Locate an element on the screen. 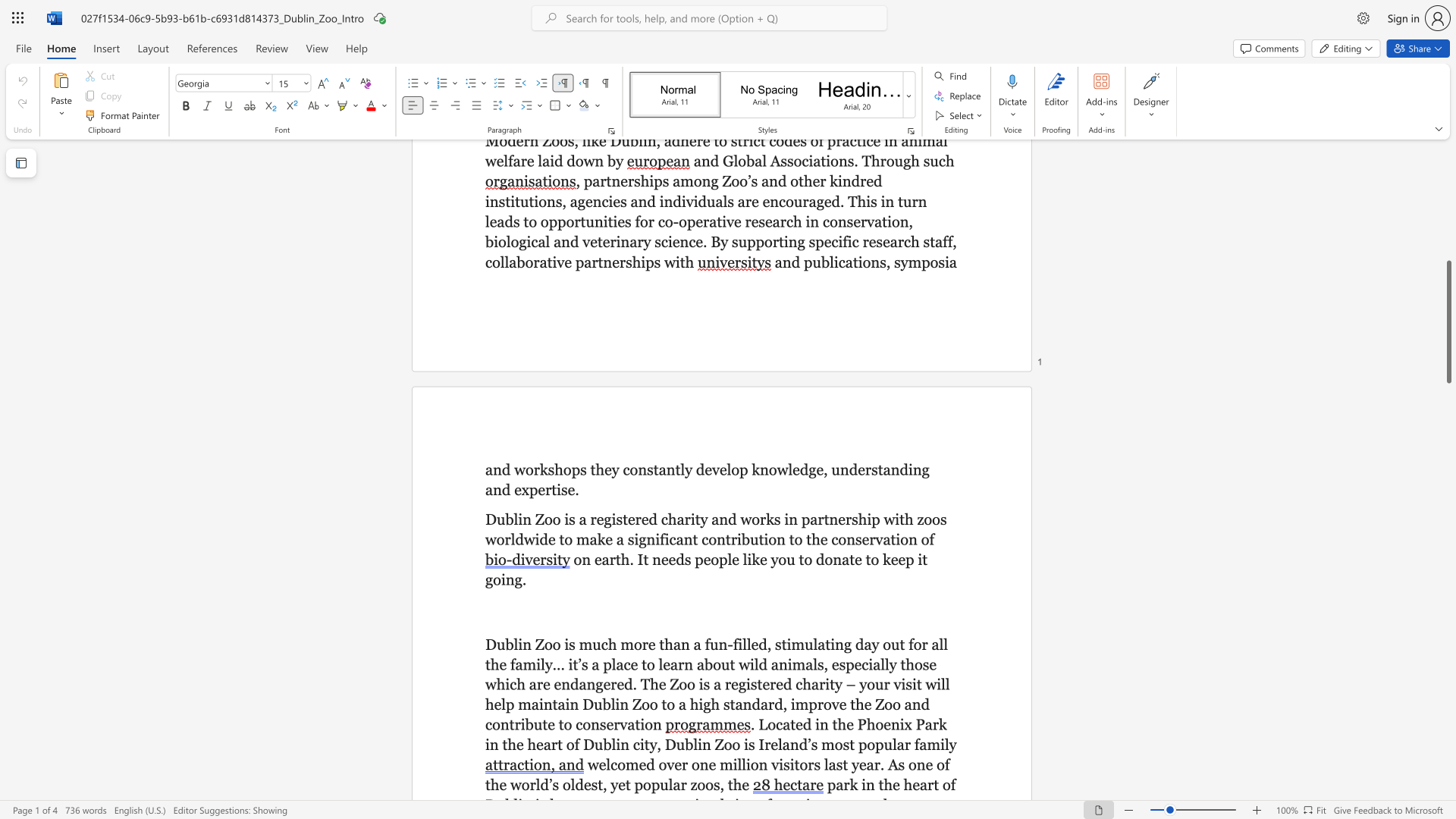 This screenshot has height=819, width=1456. the subset text "ted in the Phoenix Park in the heart of Dubli" within the text ". Located in the Phoenix Park in the heart of Dublin city, Dublin Zoo is Ireland’s most popular family" is located at coordinates (789, 723).